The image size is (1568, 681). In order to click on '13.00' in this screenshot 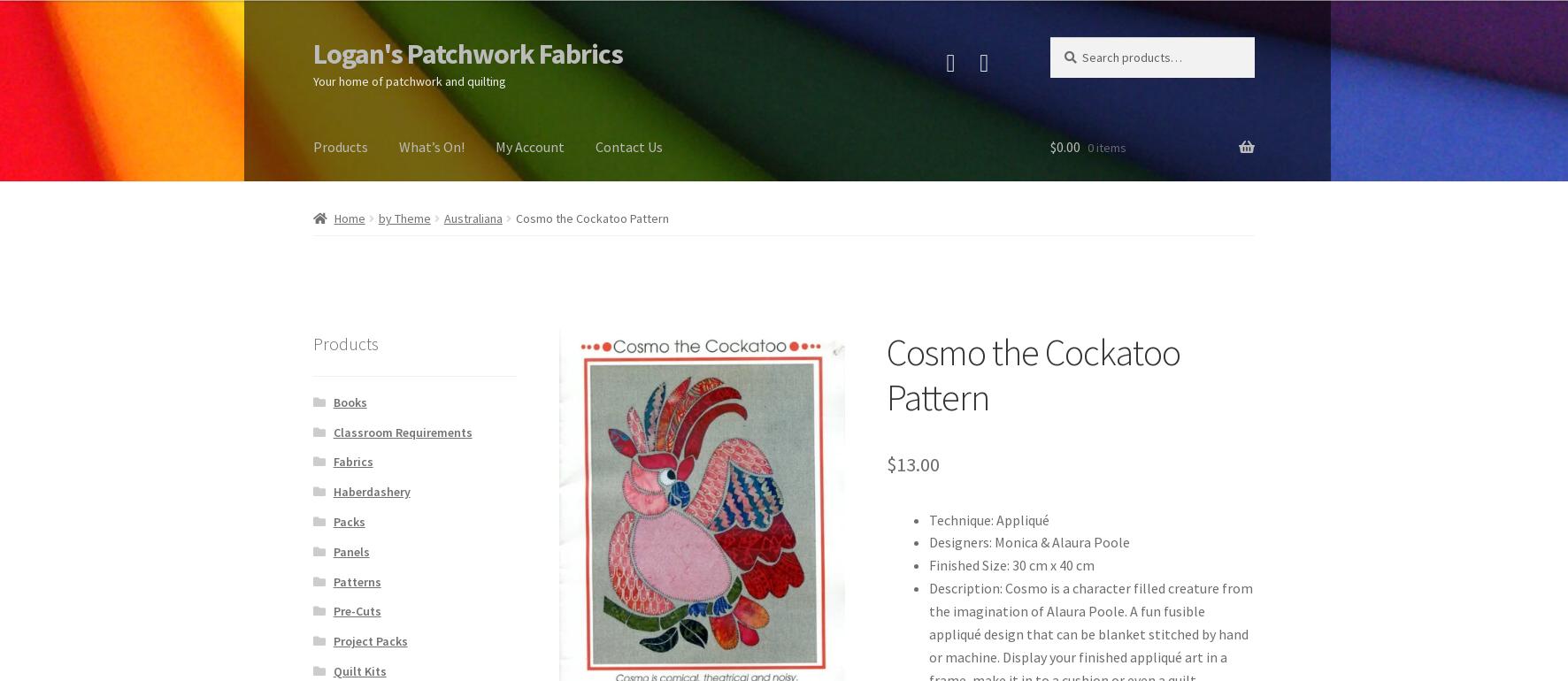, I will do `click(895, 462)`.